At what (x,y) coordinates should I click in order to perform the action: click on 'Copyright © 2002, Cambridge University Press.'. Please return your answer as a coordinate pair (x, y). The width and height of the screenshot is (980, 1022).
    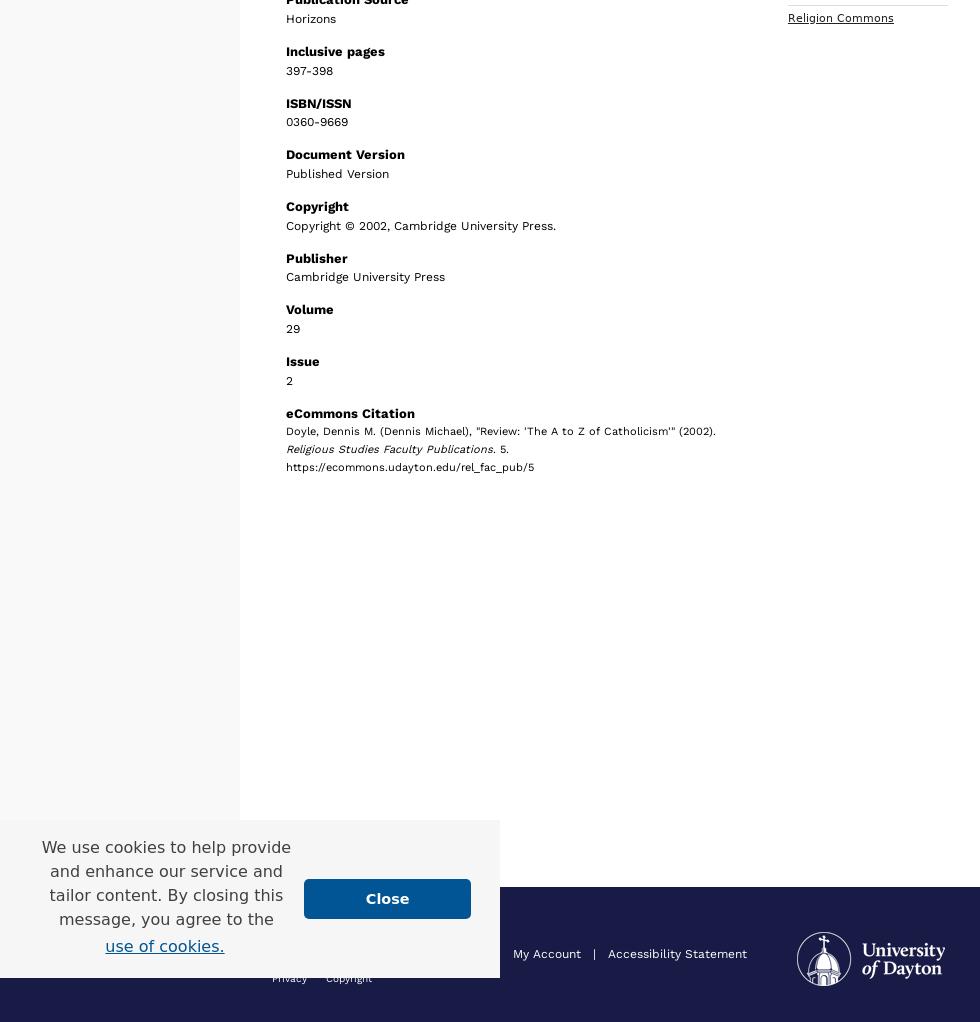
    Looking at the image, I should click on (421, 224).